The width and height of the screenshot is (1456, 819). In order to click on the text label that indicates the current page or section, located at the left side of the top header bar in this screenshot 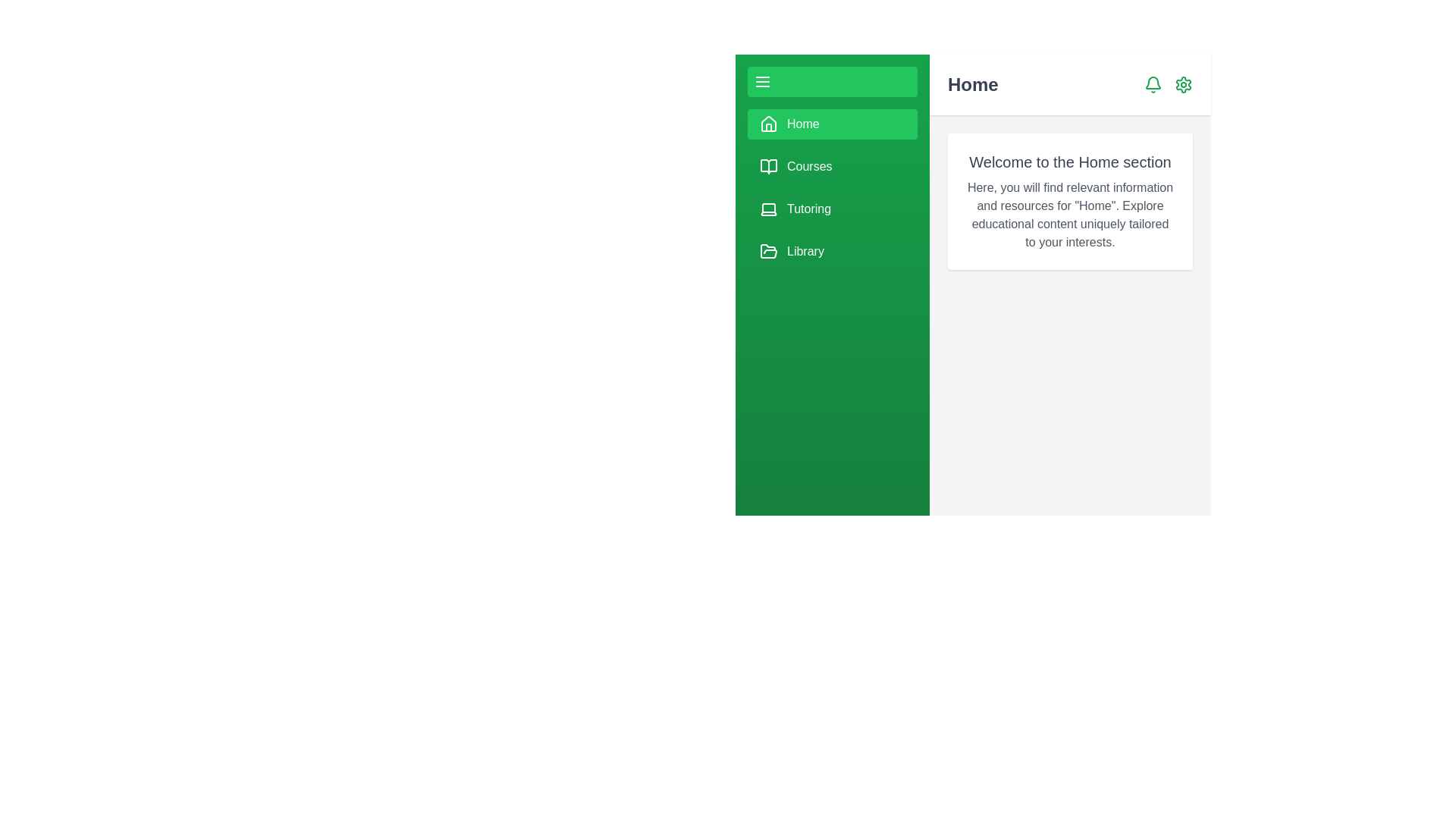, I will do `click(973, 84)`.